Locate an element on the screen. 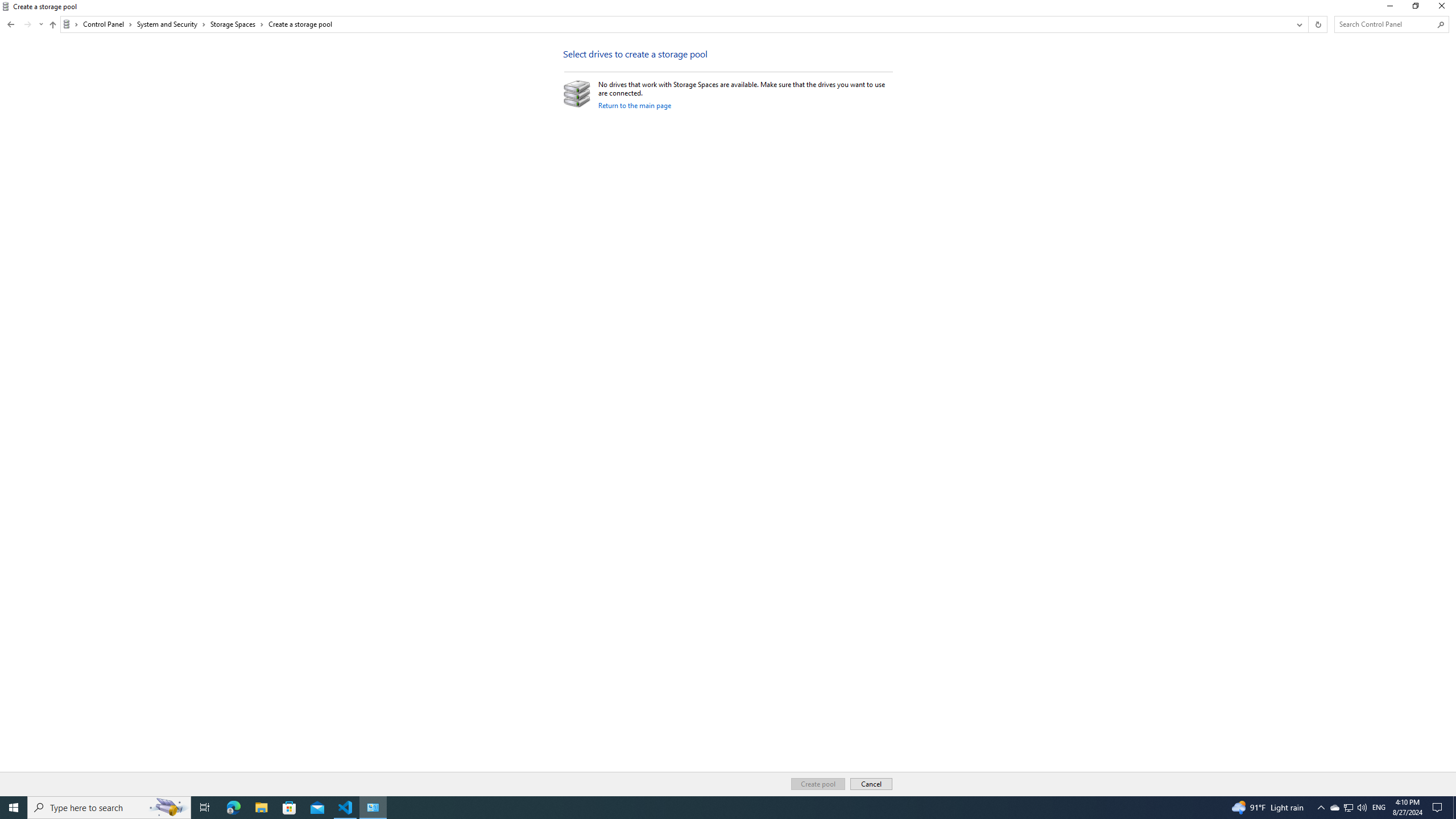 This screenshot has width=1456, height=819. 'Up to "Storage Spaces" (Alt + Up Arrow)' is located at coordinates (53, 24).